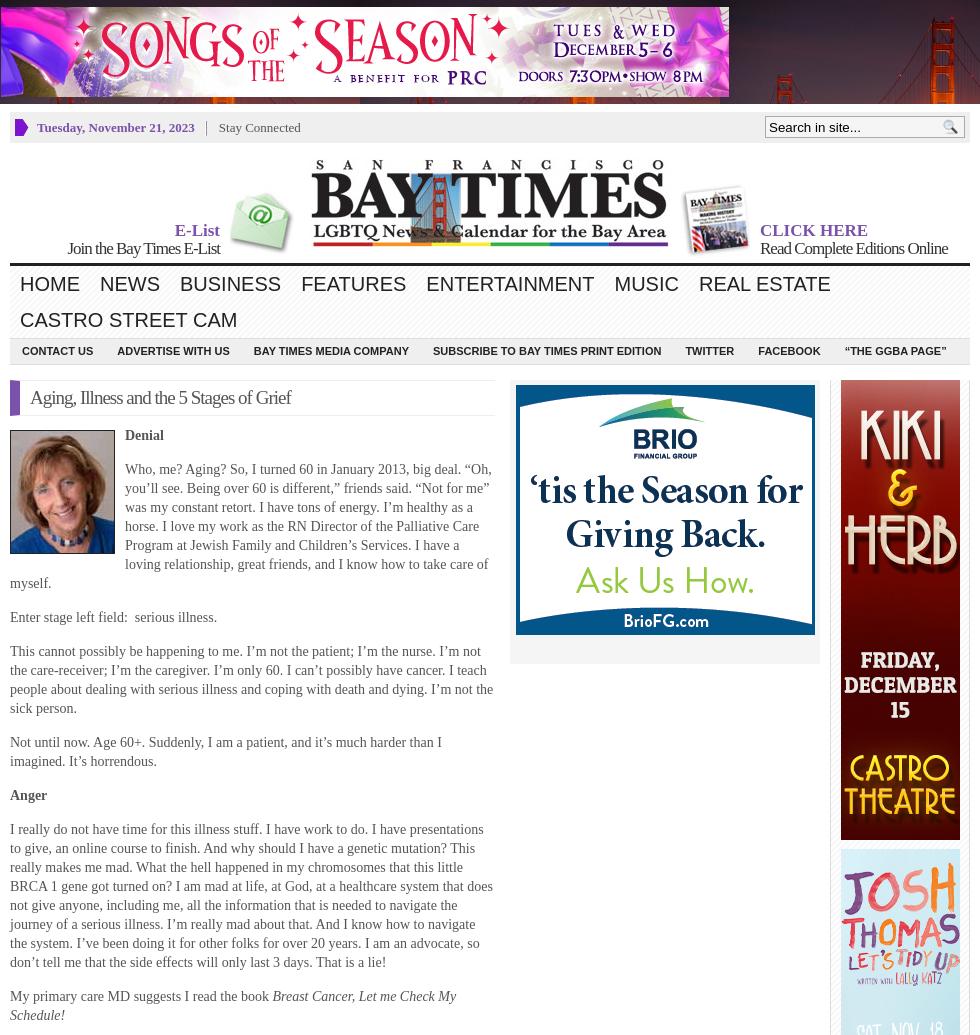 The image size is (980, 1035). Describe the element at coordinates (547, 350) in the screenshot. I see `'Subscribe to Bay Times Print Edition'` at that location.